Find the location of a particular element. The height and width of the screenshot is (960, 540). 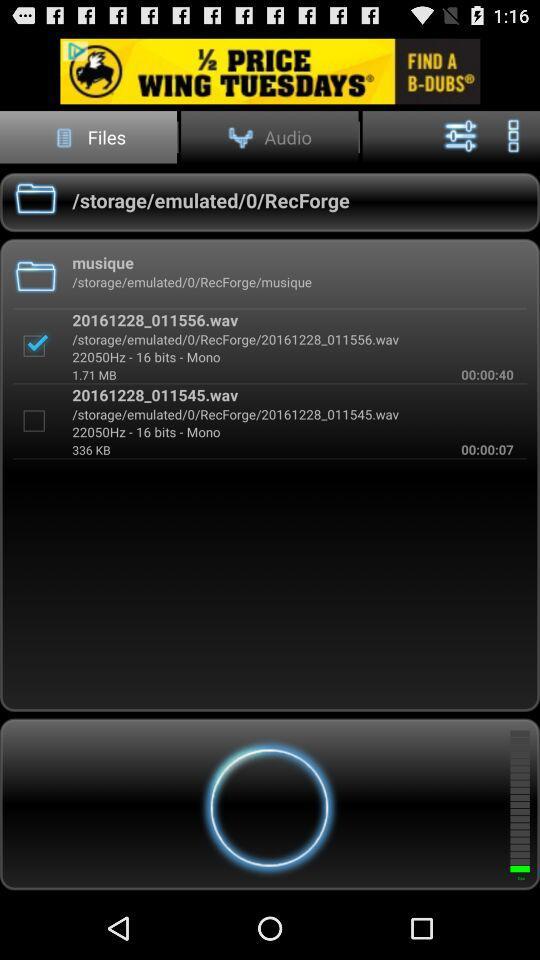

the more icon is located at coordinates (513, 144).